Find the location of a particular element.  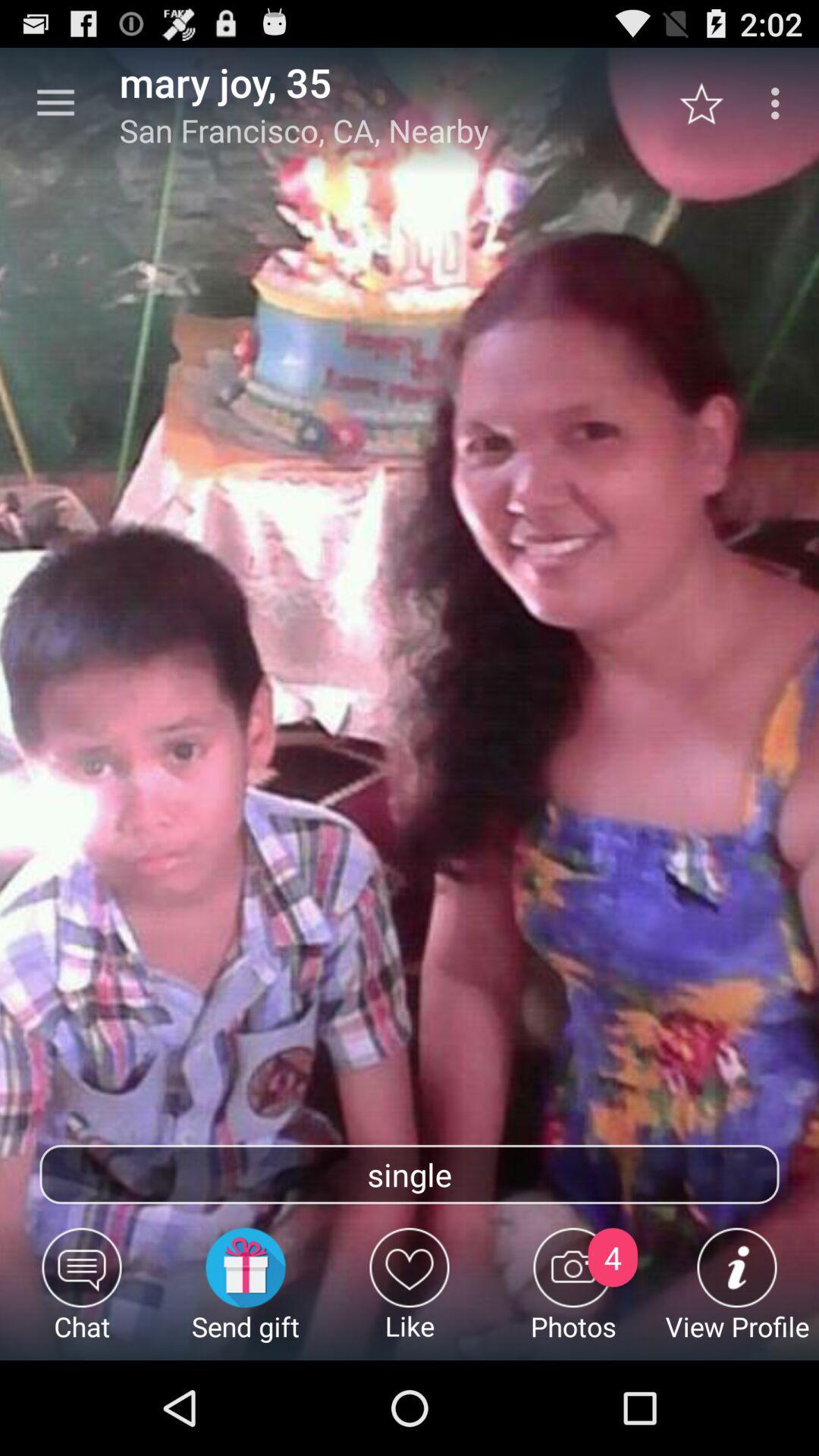

icon next to the like icon is located at coordinates (573, 1293).